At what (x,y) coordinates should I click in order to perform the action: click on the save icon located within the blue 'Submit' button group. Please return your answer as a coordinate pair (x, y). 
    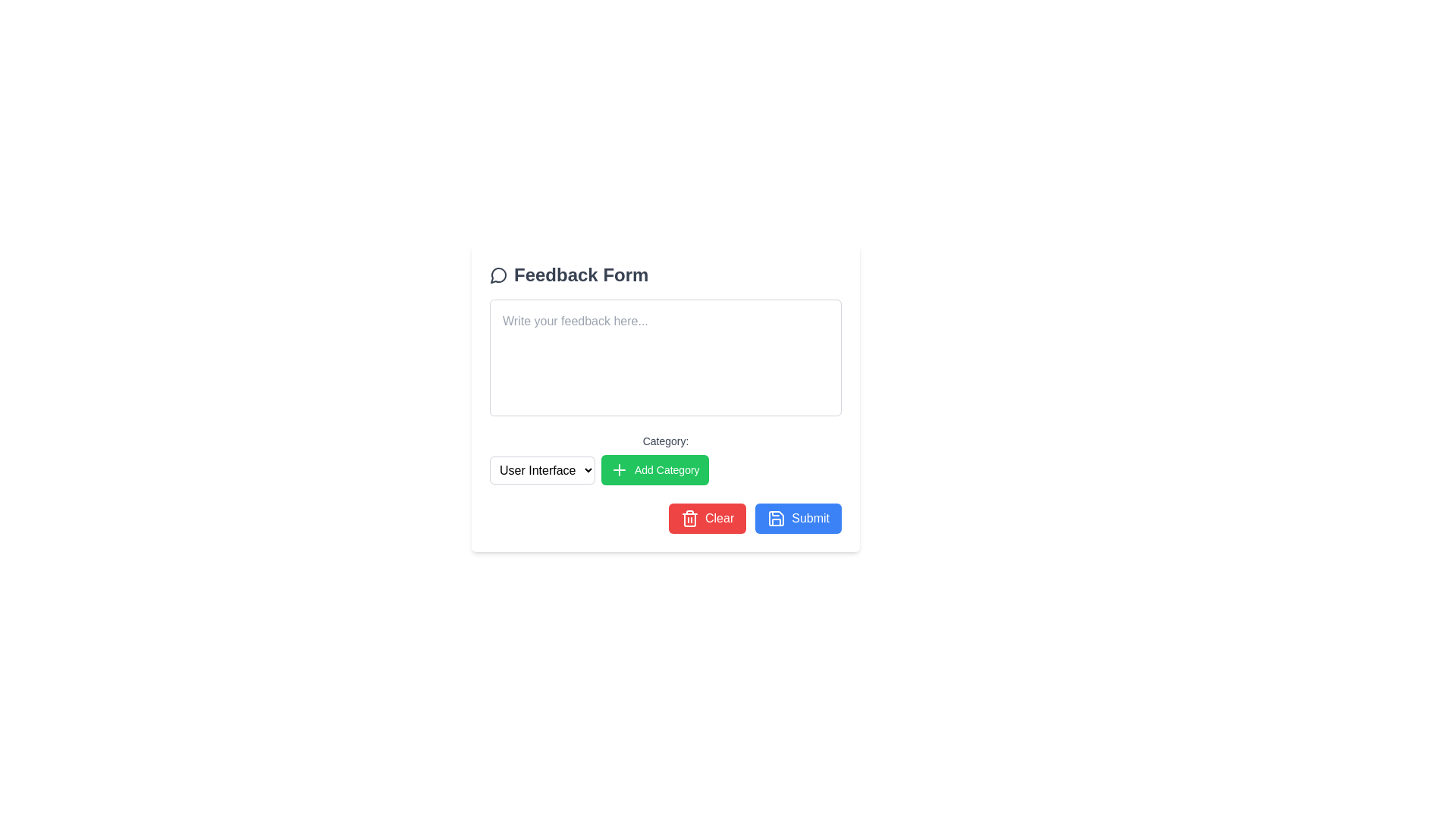
    Looking at the image, I should click on (777, 517).